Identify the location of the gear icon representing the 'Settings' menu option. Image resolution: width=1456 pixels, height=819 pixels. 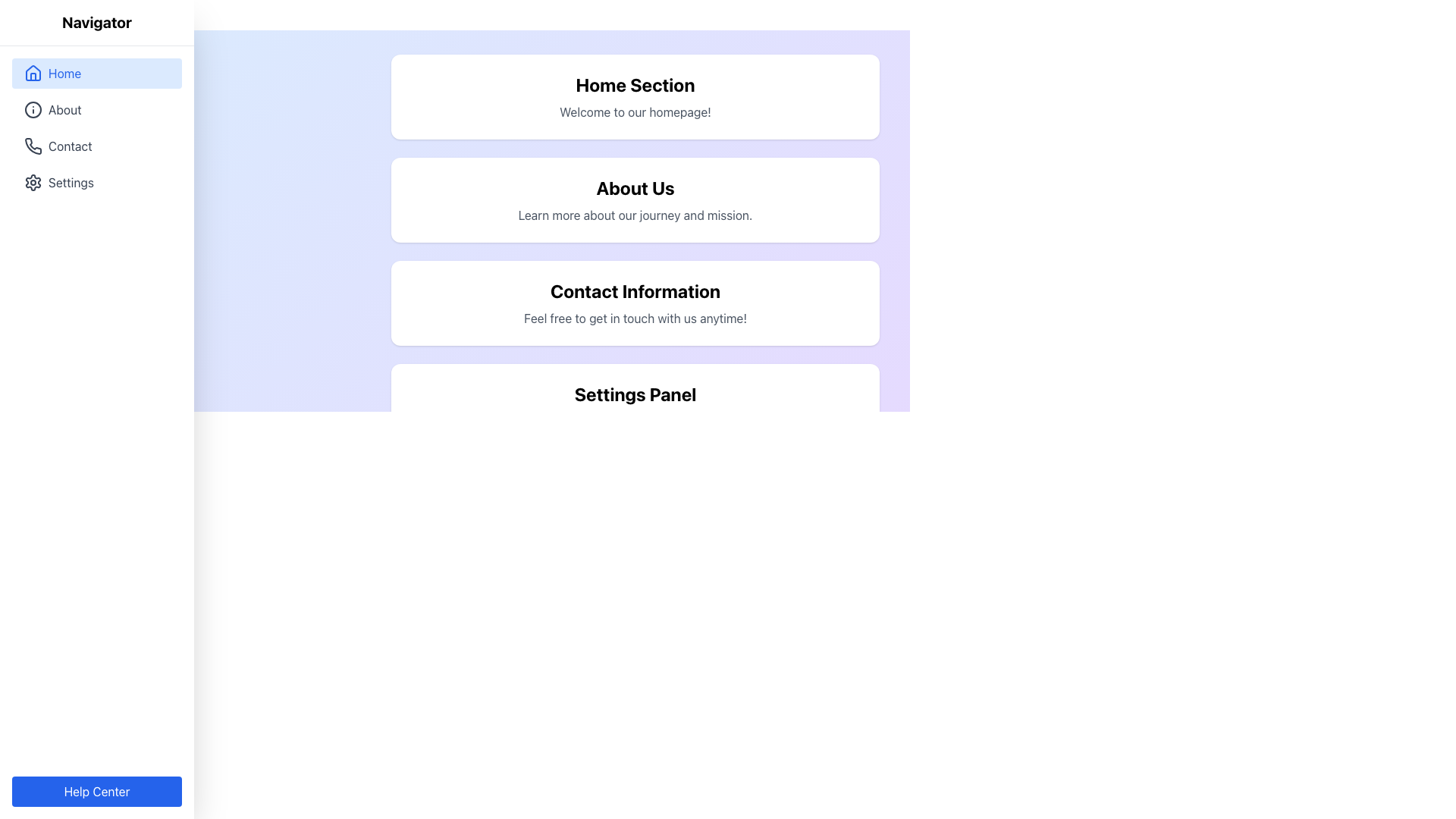
(33, 181).